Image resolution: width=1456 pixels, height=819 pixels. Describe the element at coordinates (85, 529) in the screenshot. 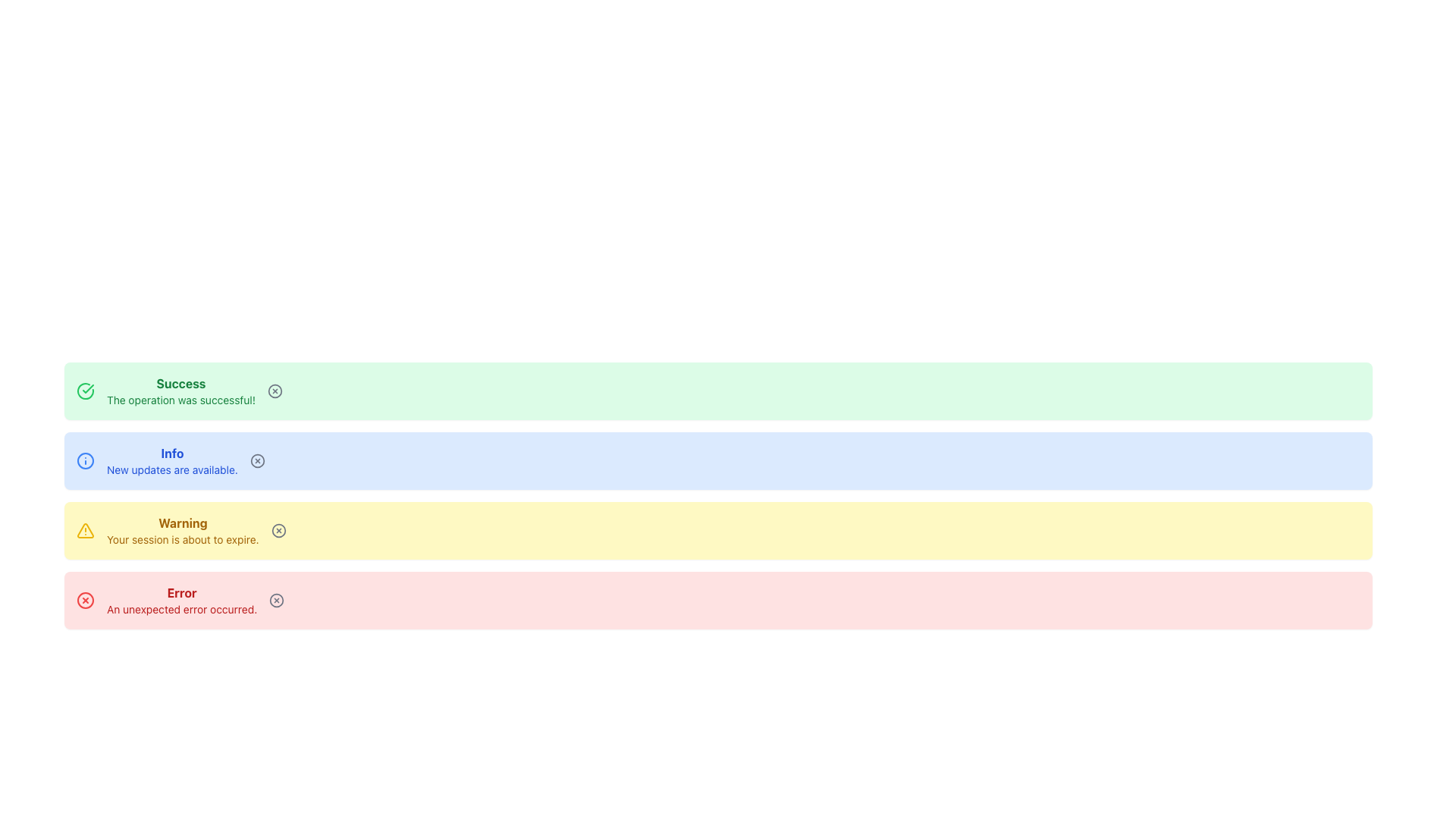

I see `the warning icon in the yellow notification bar that indicates a caution about session expiration, positioned to the left of the text 'Warning, Your session is about to expire.'` at that location.